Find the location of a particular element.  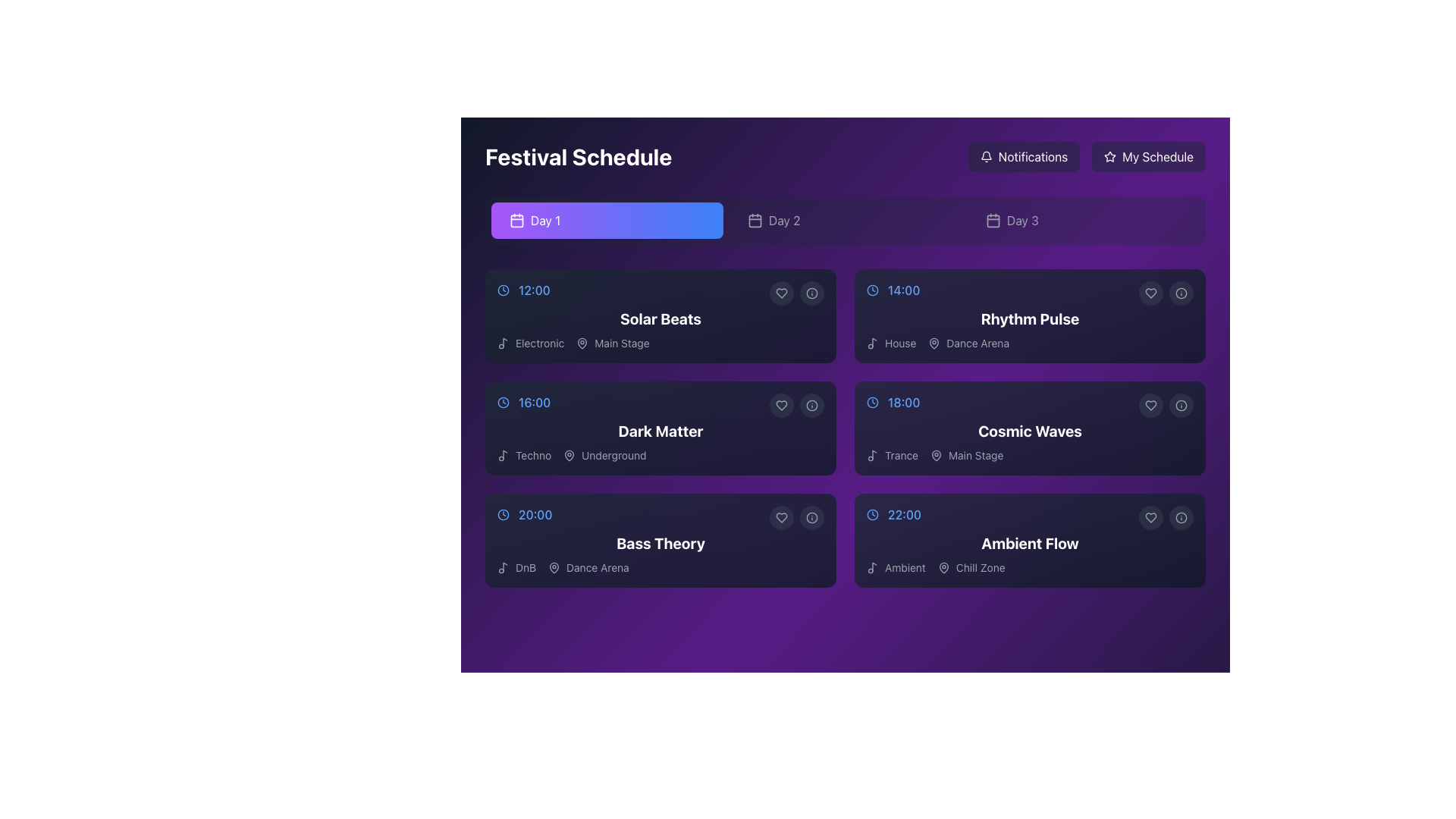

the circular icon with an inner information symbol, located in the bottom-left event card in the grid layout is located at coordinates (811, 516).